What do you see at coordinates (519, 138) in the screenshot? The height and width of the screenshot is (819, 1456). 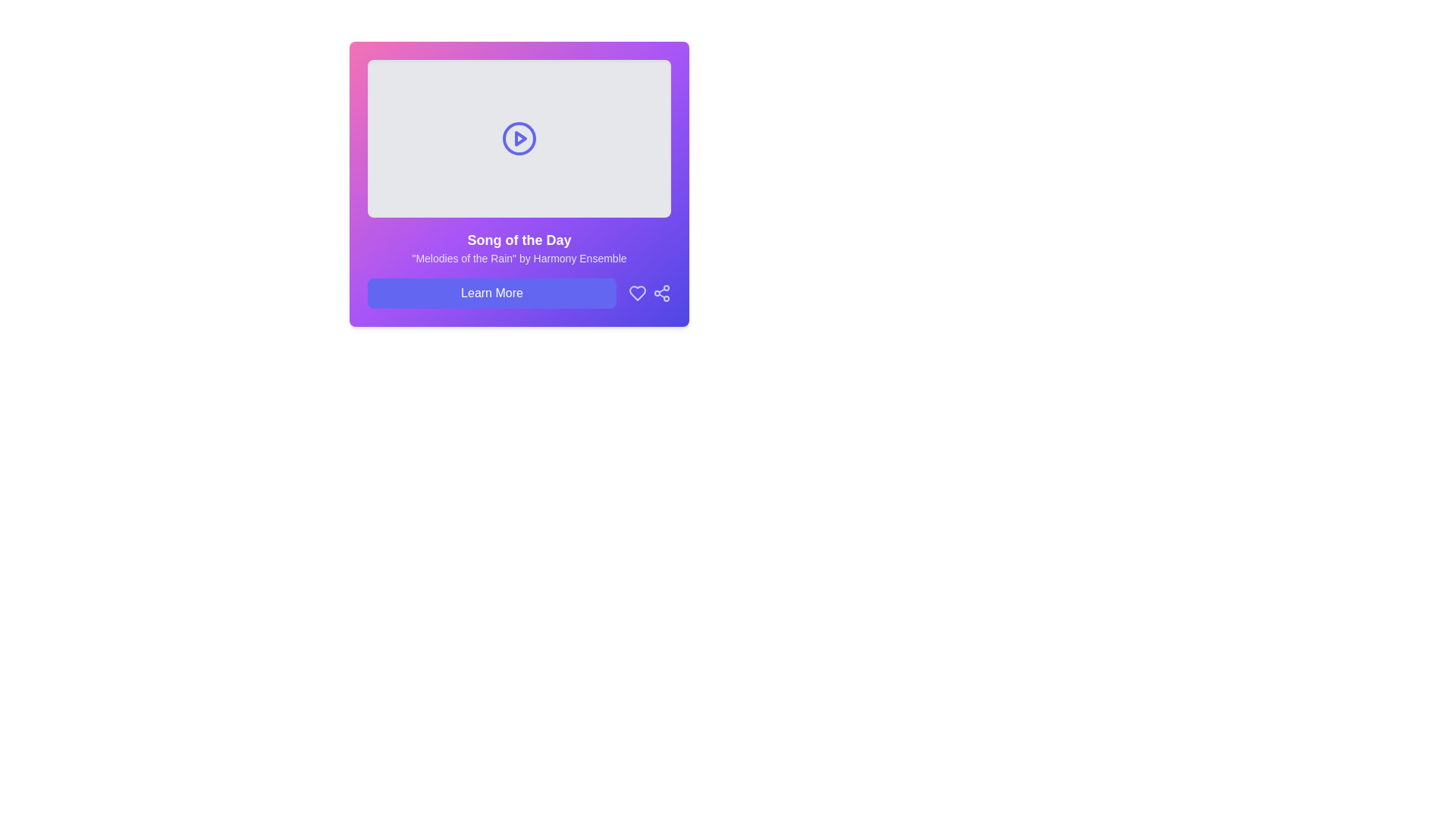 I see `the play icon button located at the upper part of the 'Song of the Day' card to initiate media playback` at bounding box center [519, 138].